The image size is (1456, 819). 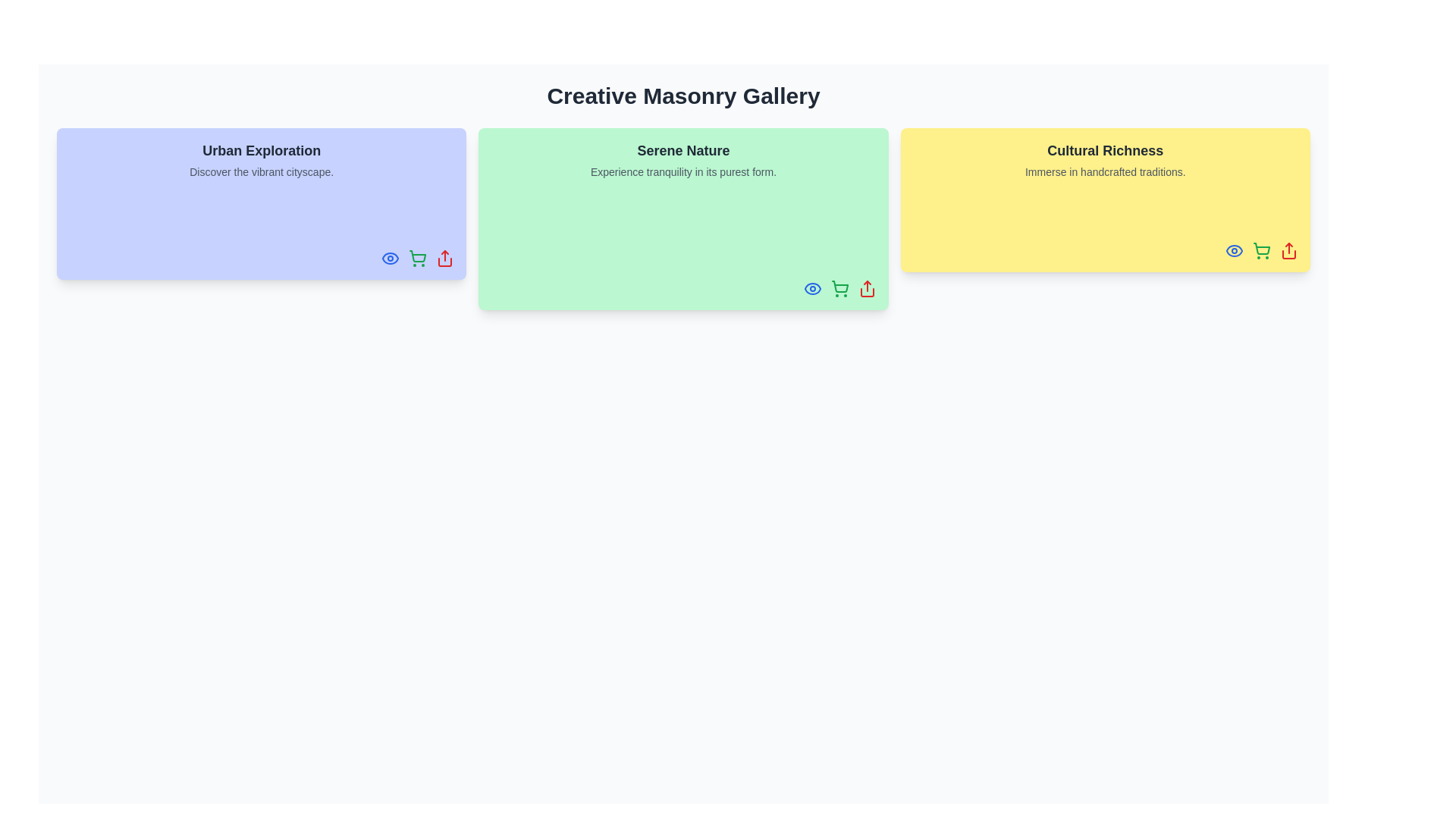 I want to click on the decorative icon segment that visually represents the share icon located in the bottom-right corner of the 'Cultural Richness' card, so click(x=1288, y=253).